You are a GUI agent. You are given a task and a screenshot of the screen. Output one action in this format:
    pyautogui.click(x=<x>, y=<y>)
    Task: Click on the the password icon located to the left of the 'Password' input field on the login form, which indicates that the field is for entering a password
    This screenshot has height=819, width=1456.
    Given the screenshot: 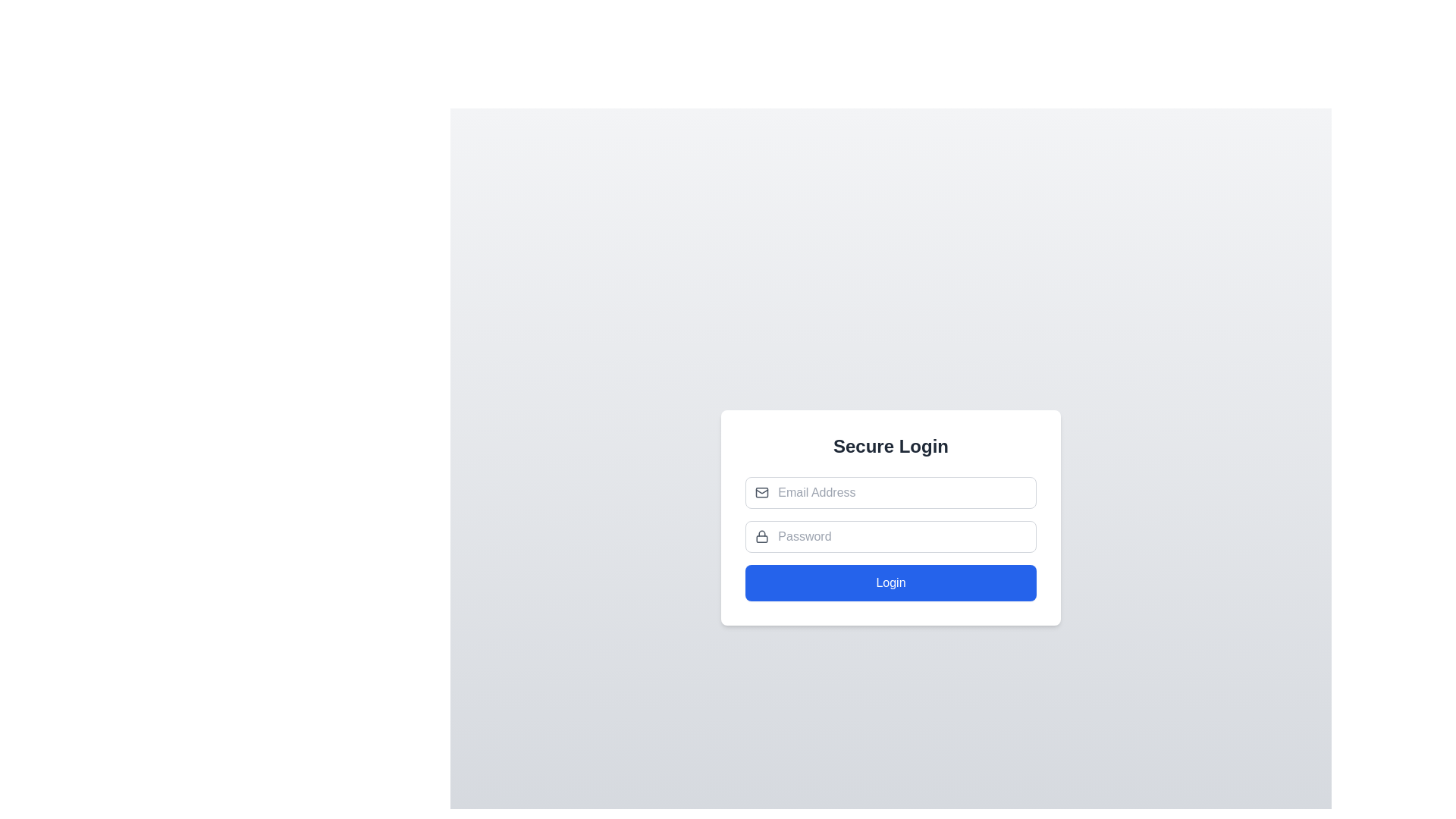 What is the action you would take?
    pyautogui.click(x=762, y=536)
    